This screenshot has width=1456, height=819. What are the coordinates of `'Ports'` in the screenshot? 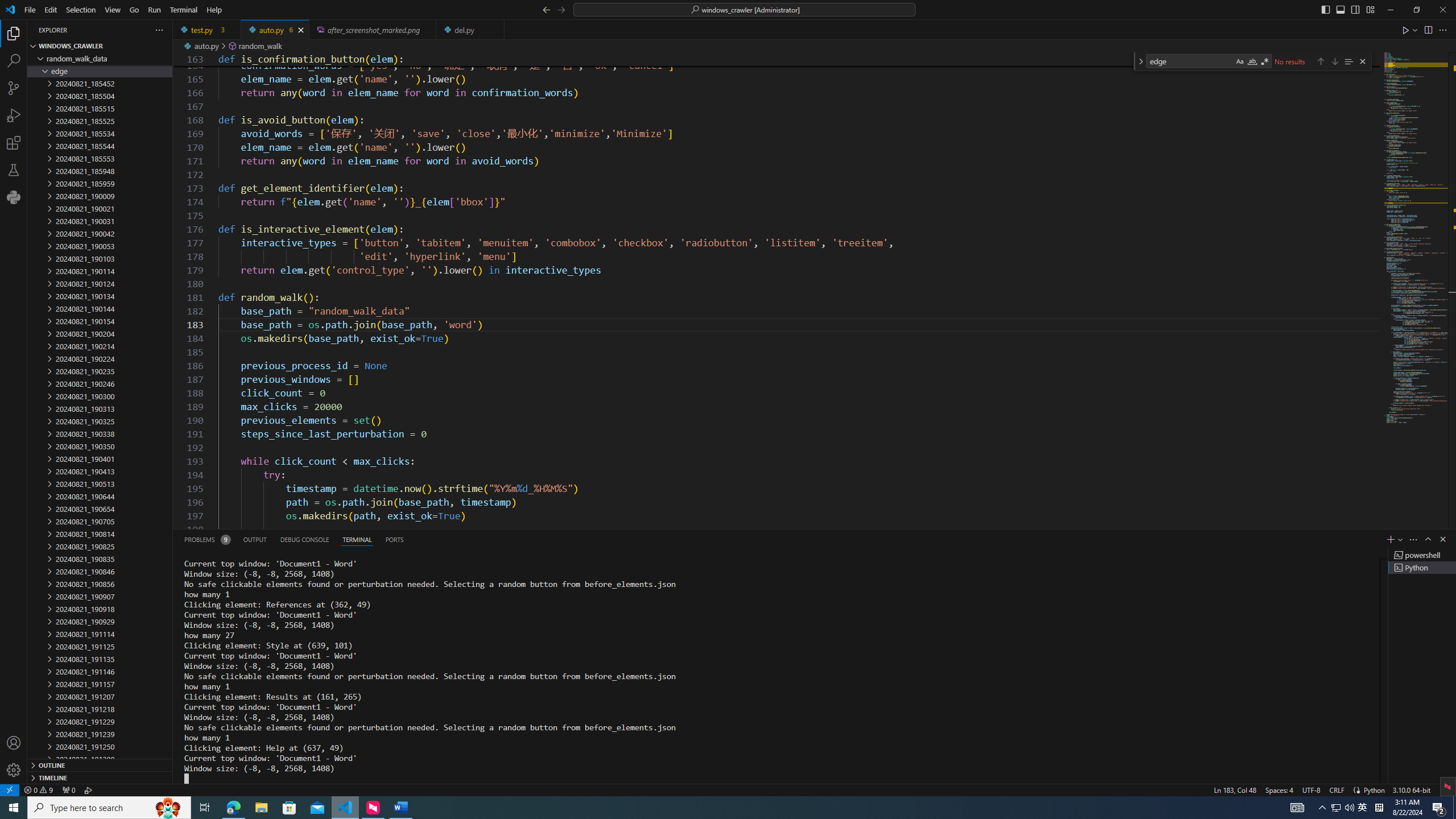 It's located at (394, 539).